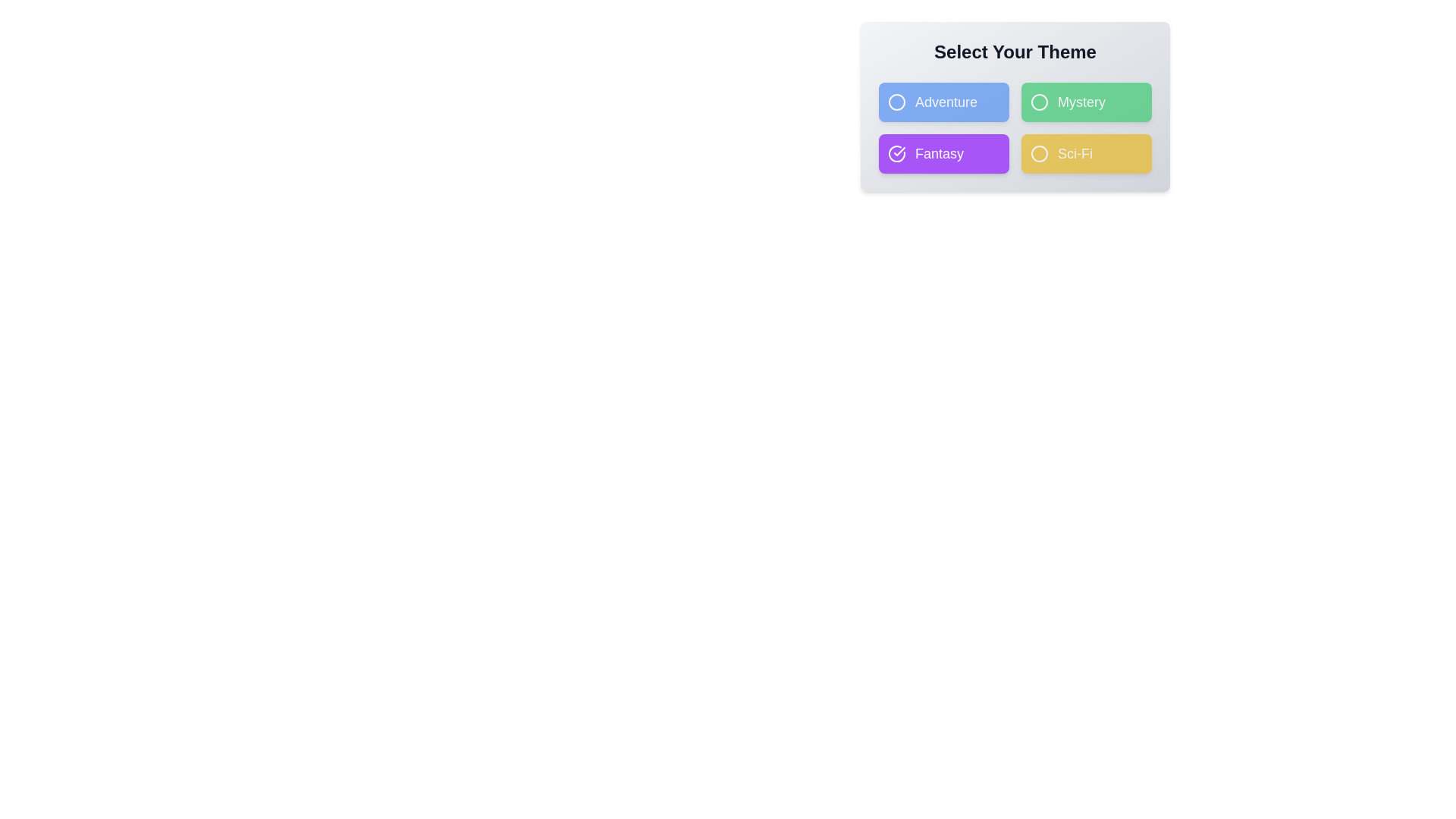  I want to click on the theme button corresponding to Mystery, so click(1086, 102).